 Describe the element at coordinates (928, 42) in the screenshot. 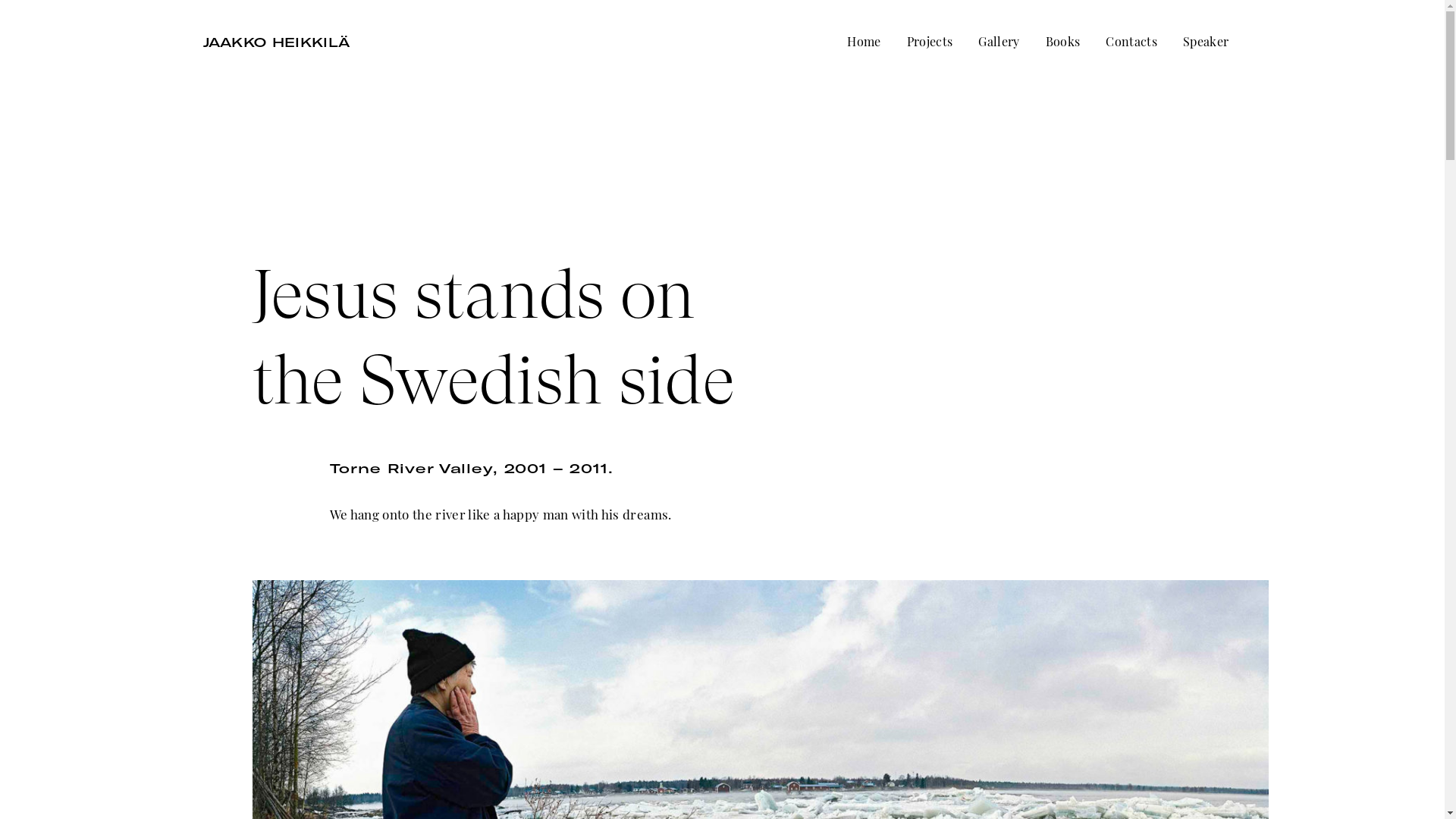

I see `'Projects'` at that location.